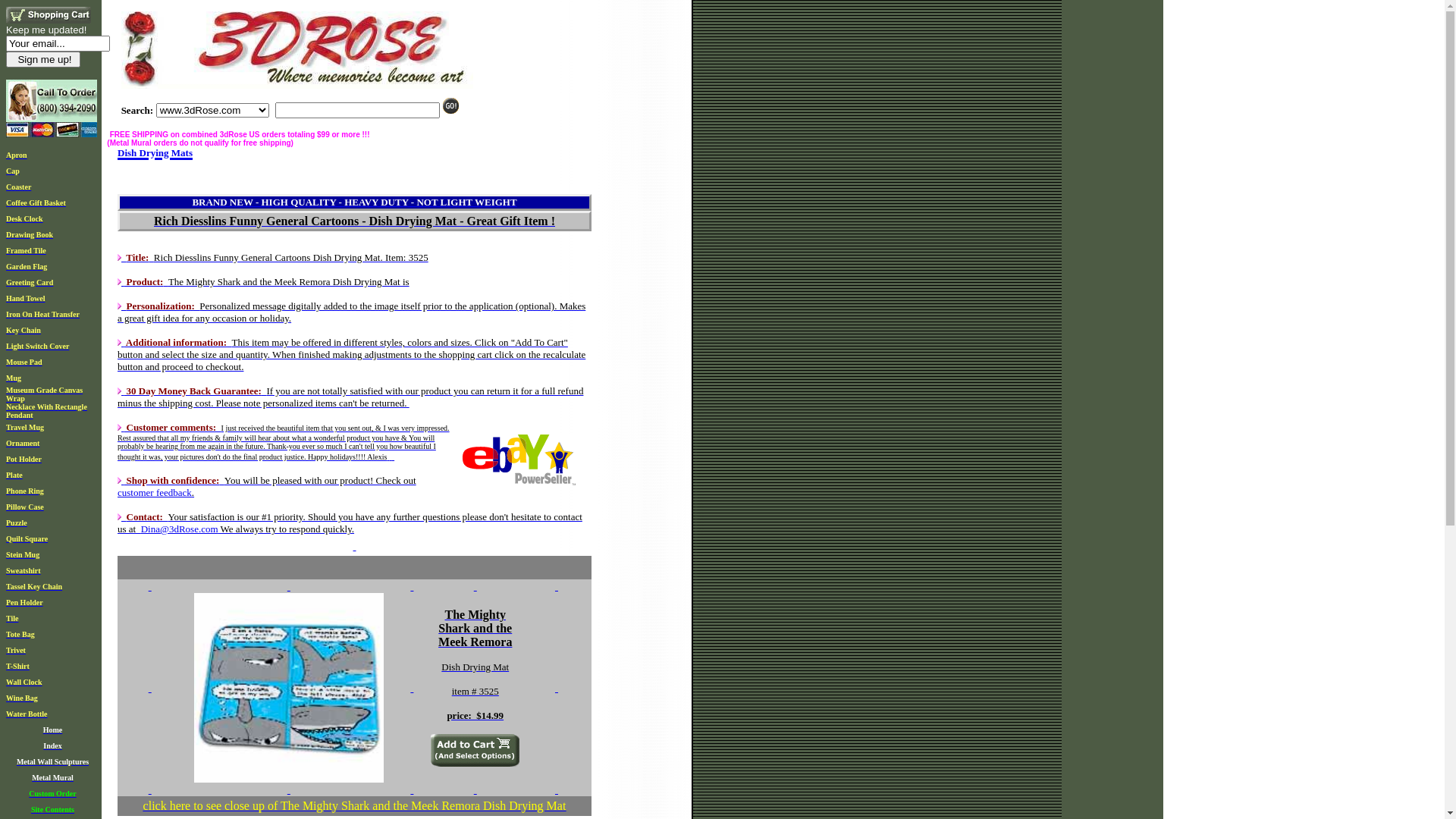 The width and height of the screenshot is (1456, 819). I want to click on 'Coaster', so click(18, 184).